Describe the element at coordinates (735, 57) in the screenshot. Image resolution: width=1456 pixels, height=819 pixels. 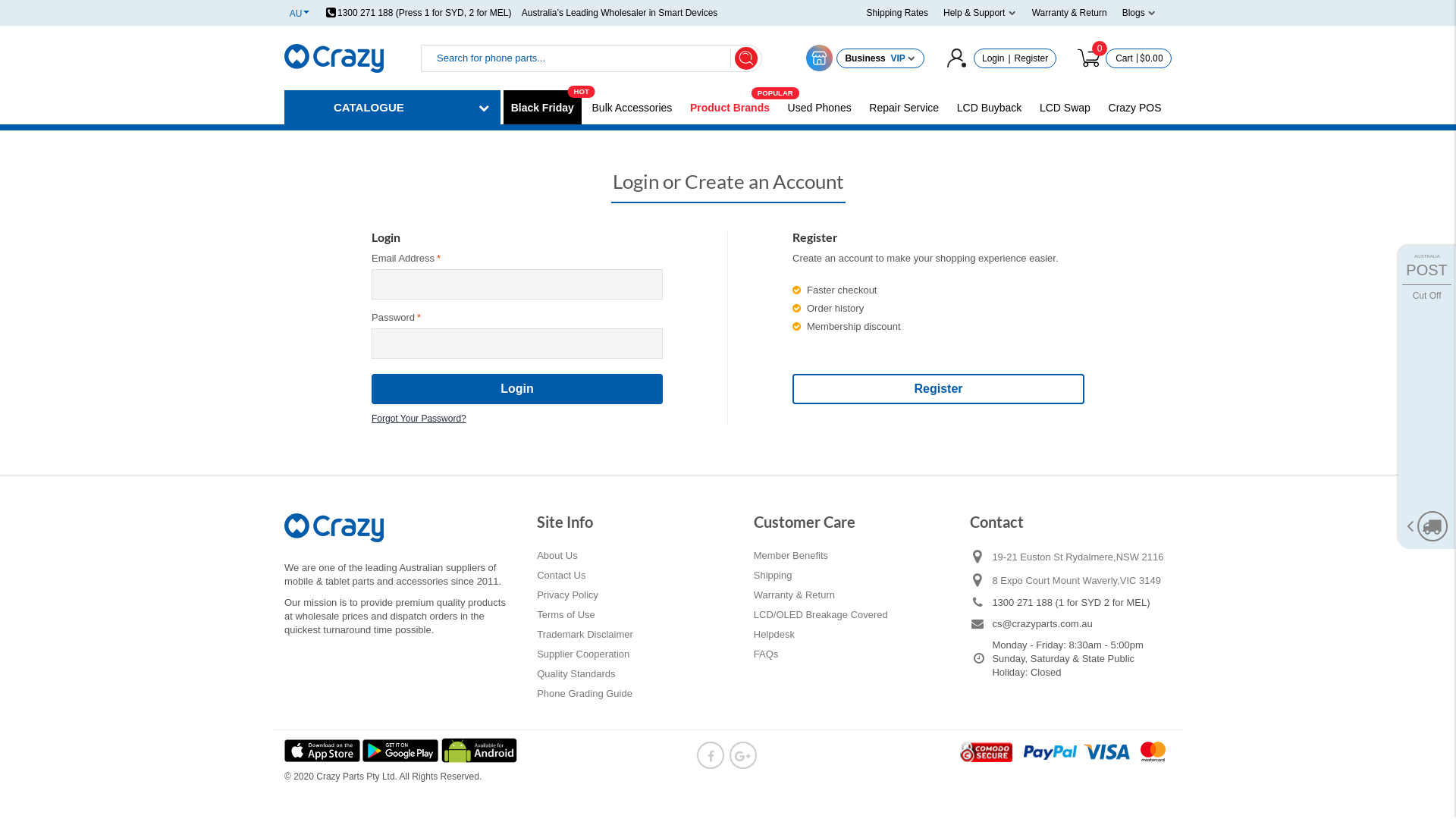
I see `'Search'` at that location.